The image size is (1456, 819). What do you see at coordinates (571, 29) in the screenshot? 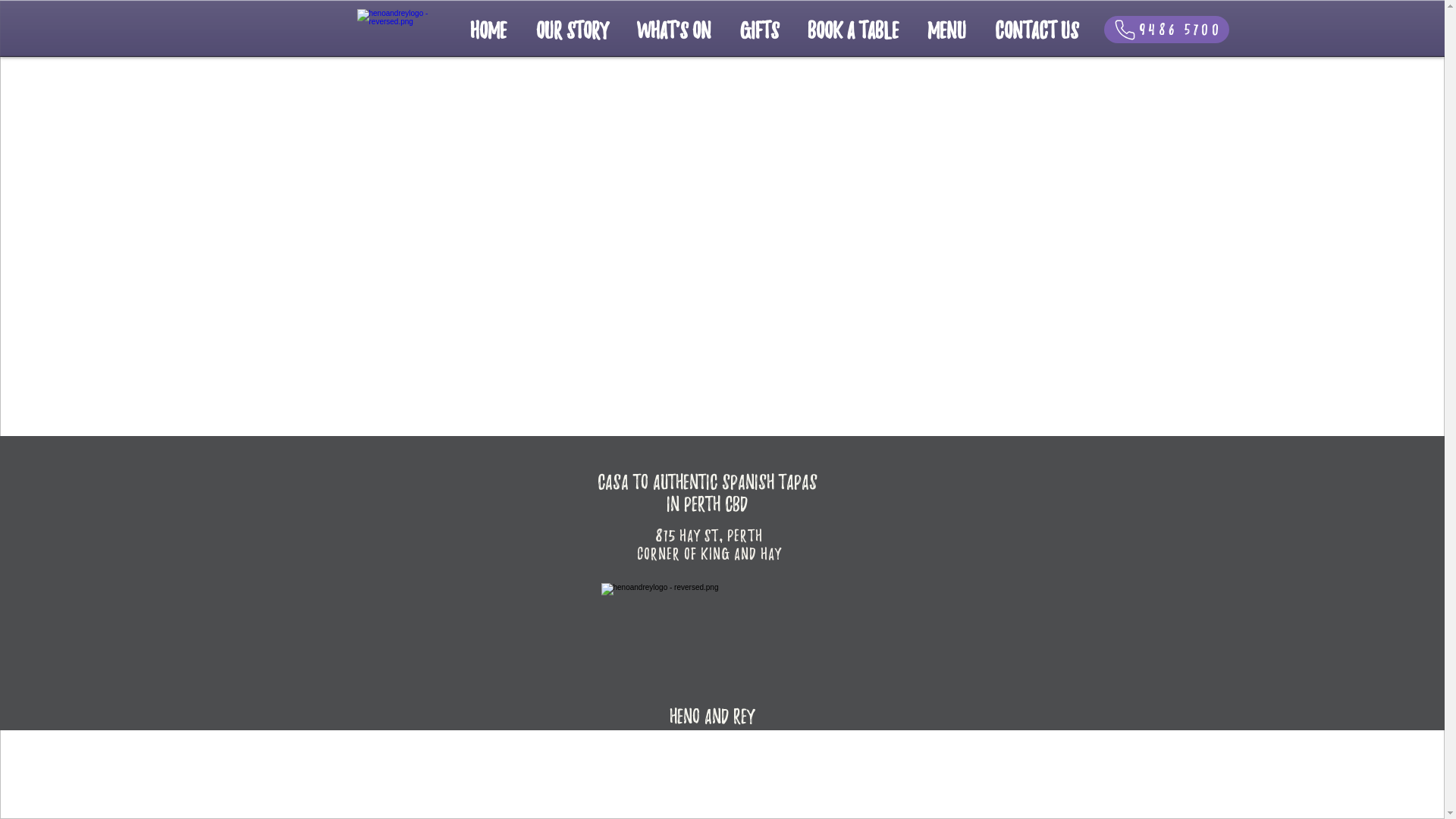
I see `'OUR STORY'` at bounding box center [571, 29].